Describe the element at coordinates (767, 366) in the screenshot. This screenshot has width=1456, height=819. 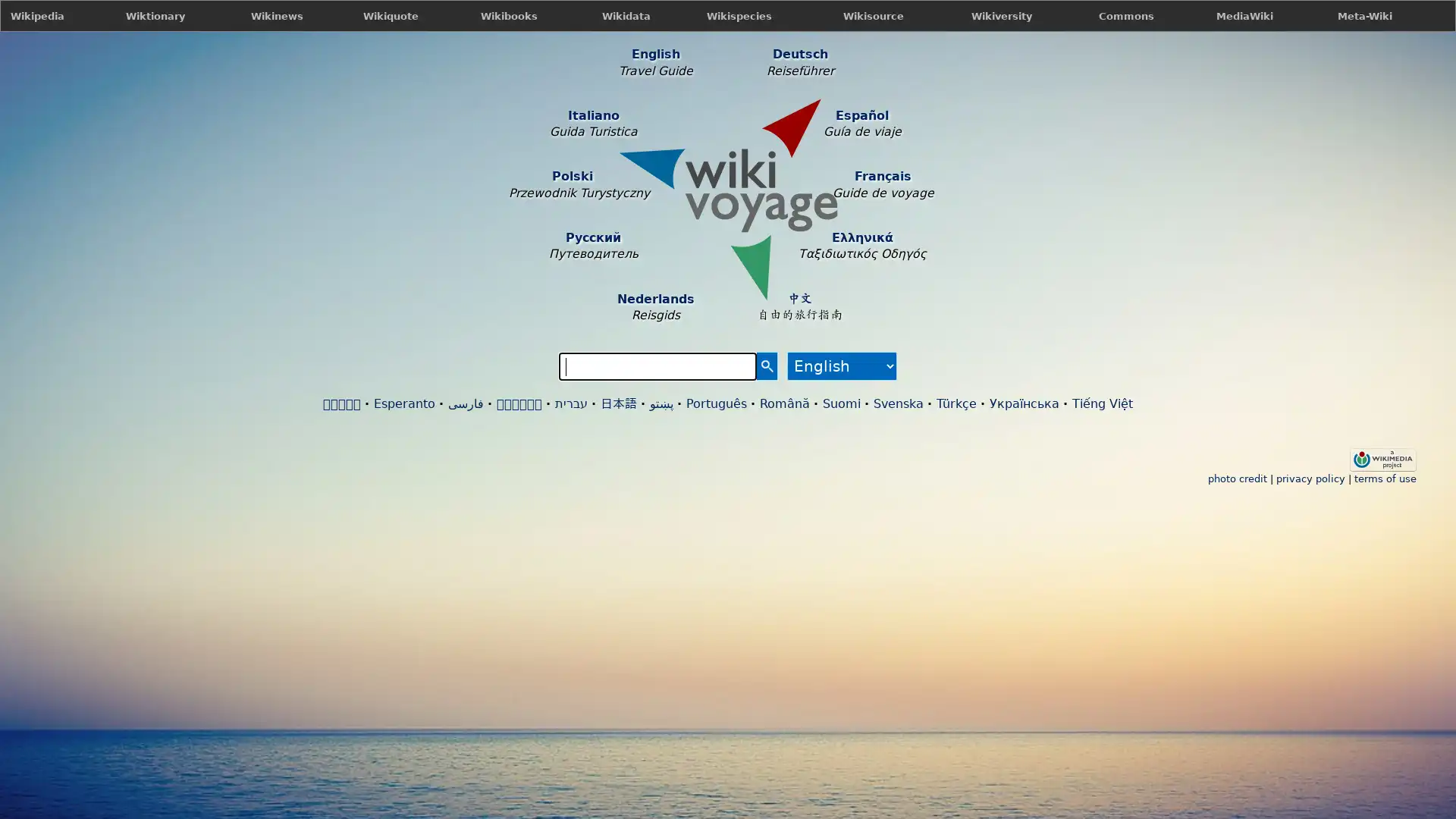
I see `Search` at that location.